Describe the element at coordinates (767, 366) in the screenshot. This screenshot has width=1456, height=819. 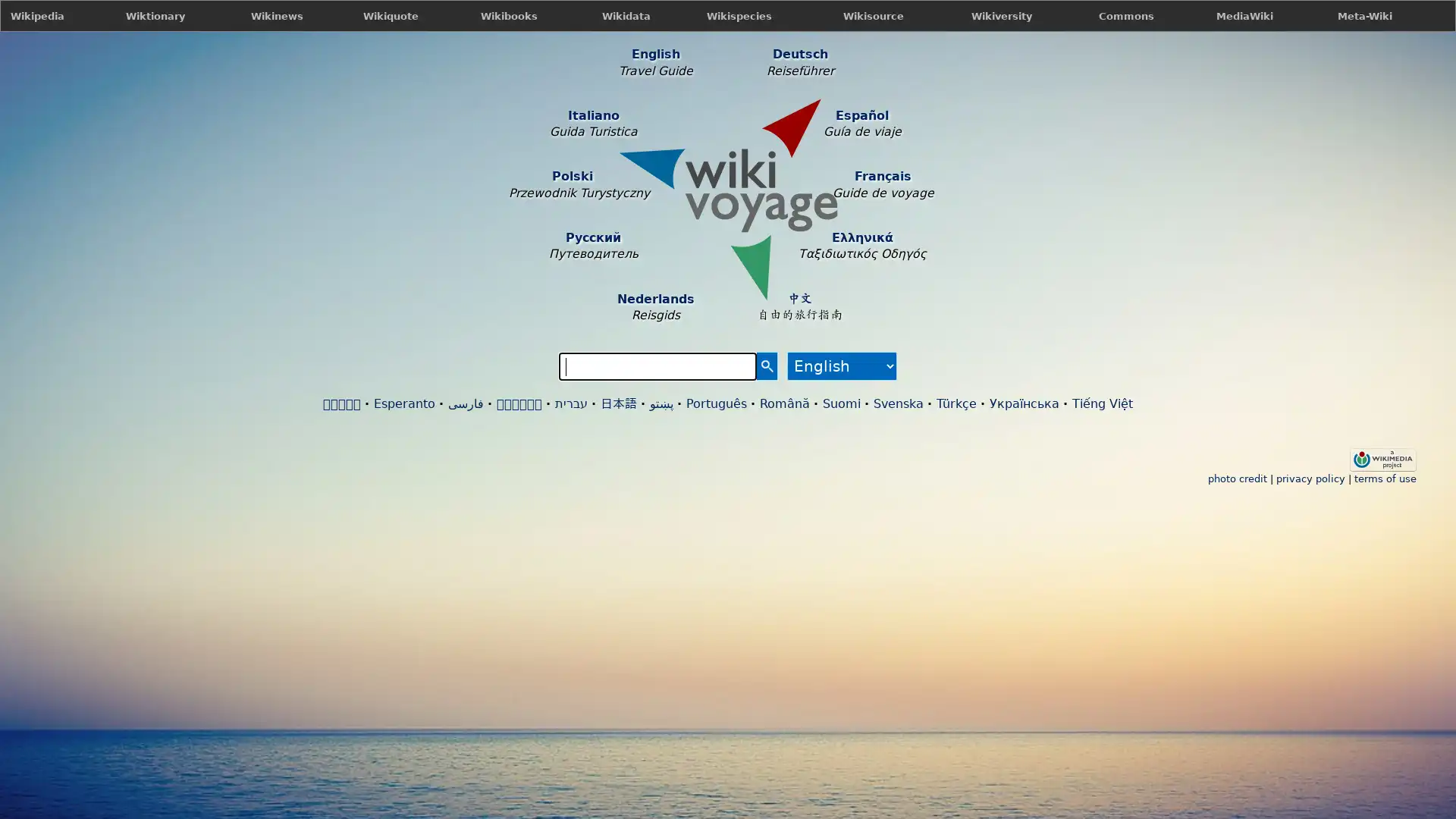
I see `Search` at that location.